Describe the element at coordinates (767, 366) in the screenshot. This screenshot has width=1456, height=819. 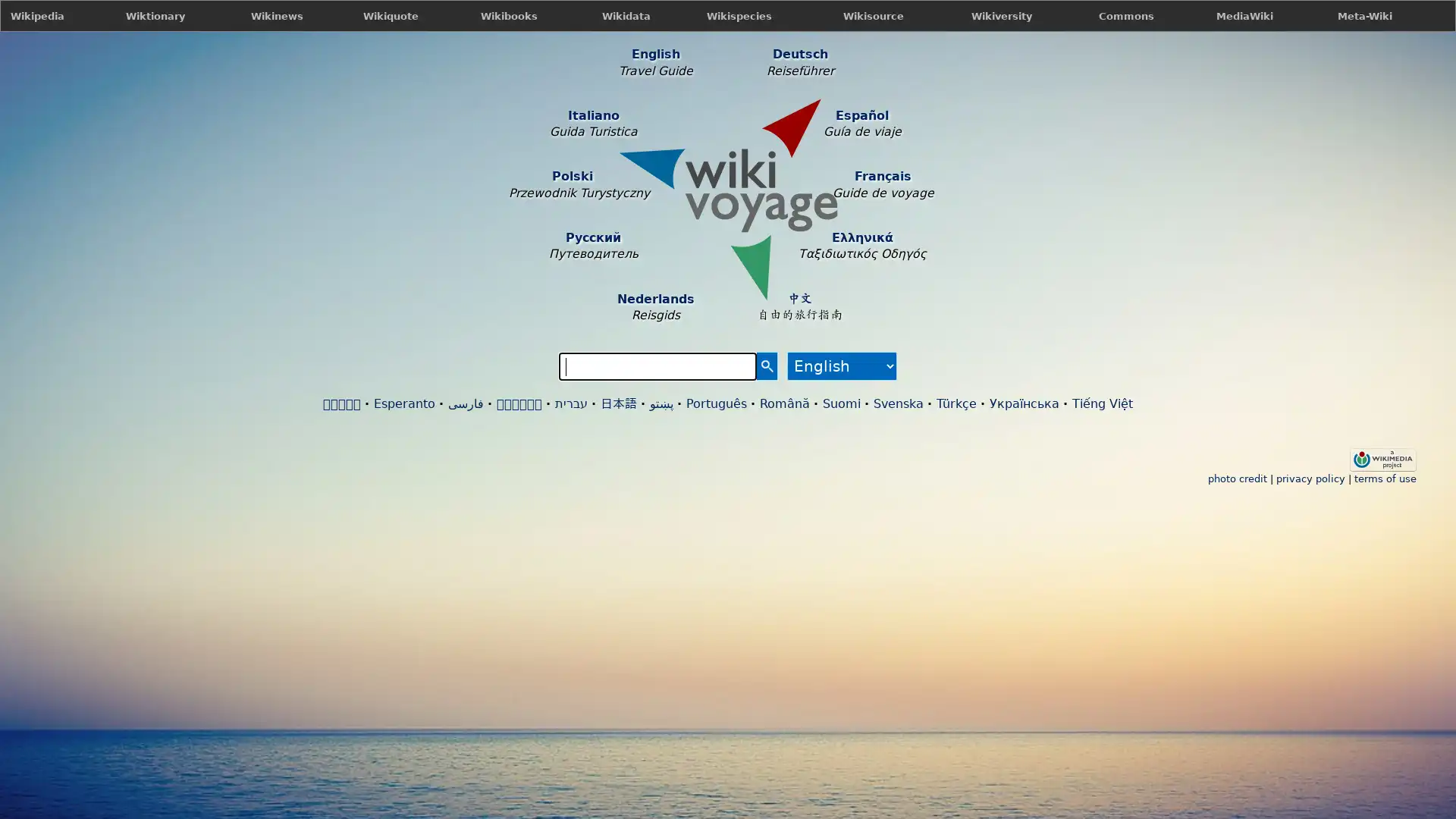
I see `Search` at that location.